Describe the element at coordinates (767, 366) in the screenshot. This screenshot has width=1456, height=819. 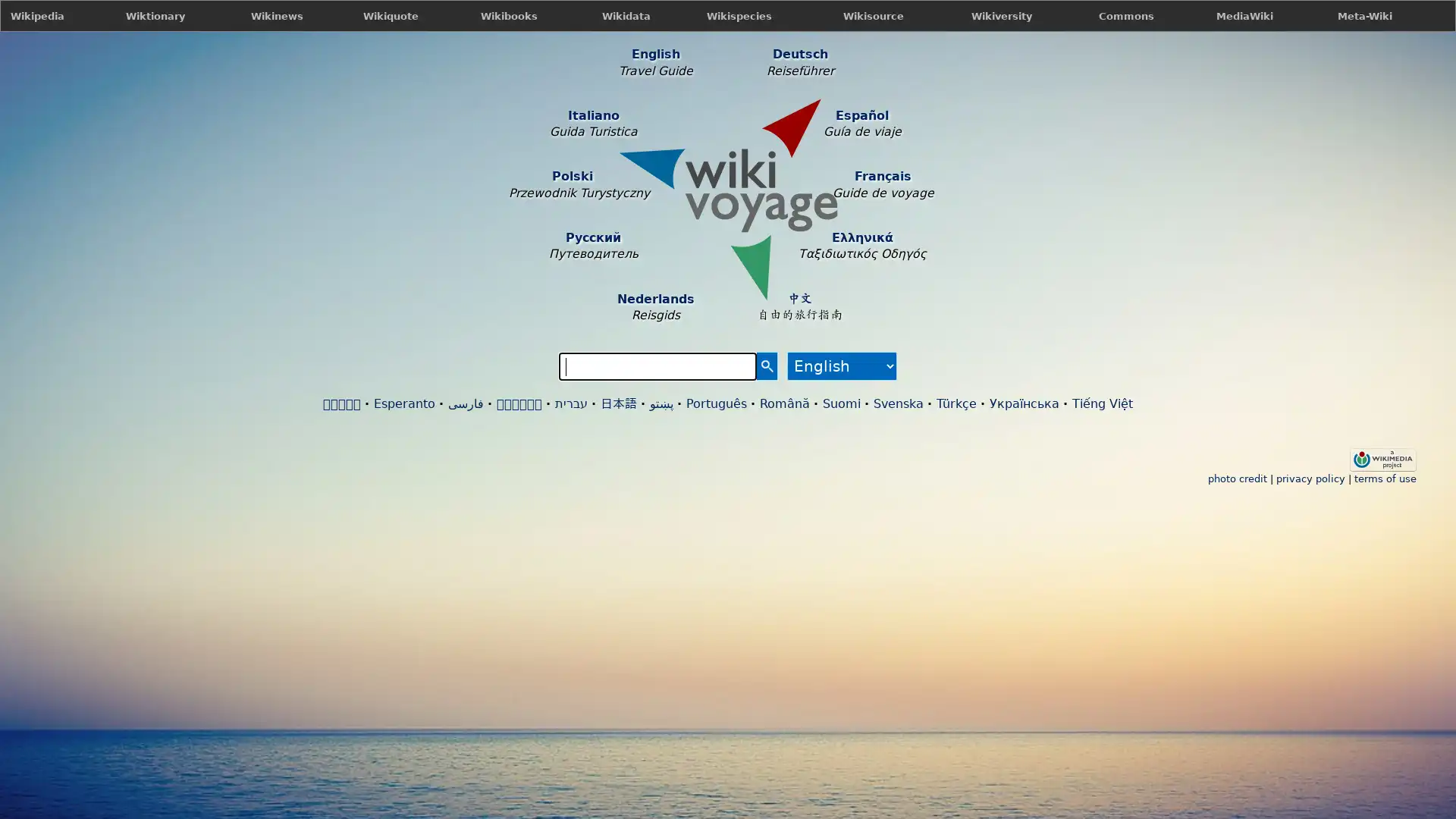
I see `Search` at that location.